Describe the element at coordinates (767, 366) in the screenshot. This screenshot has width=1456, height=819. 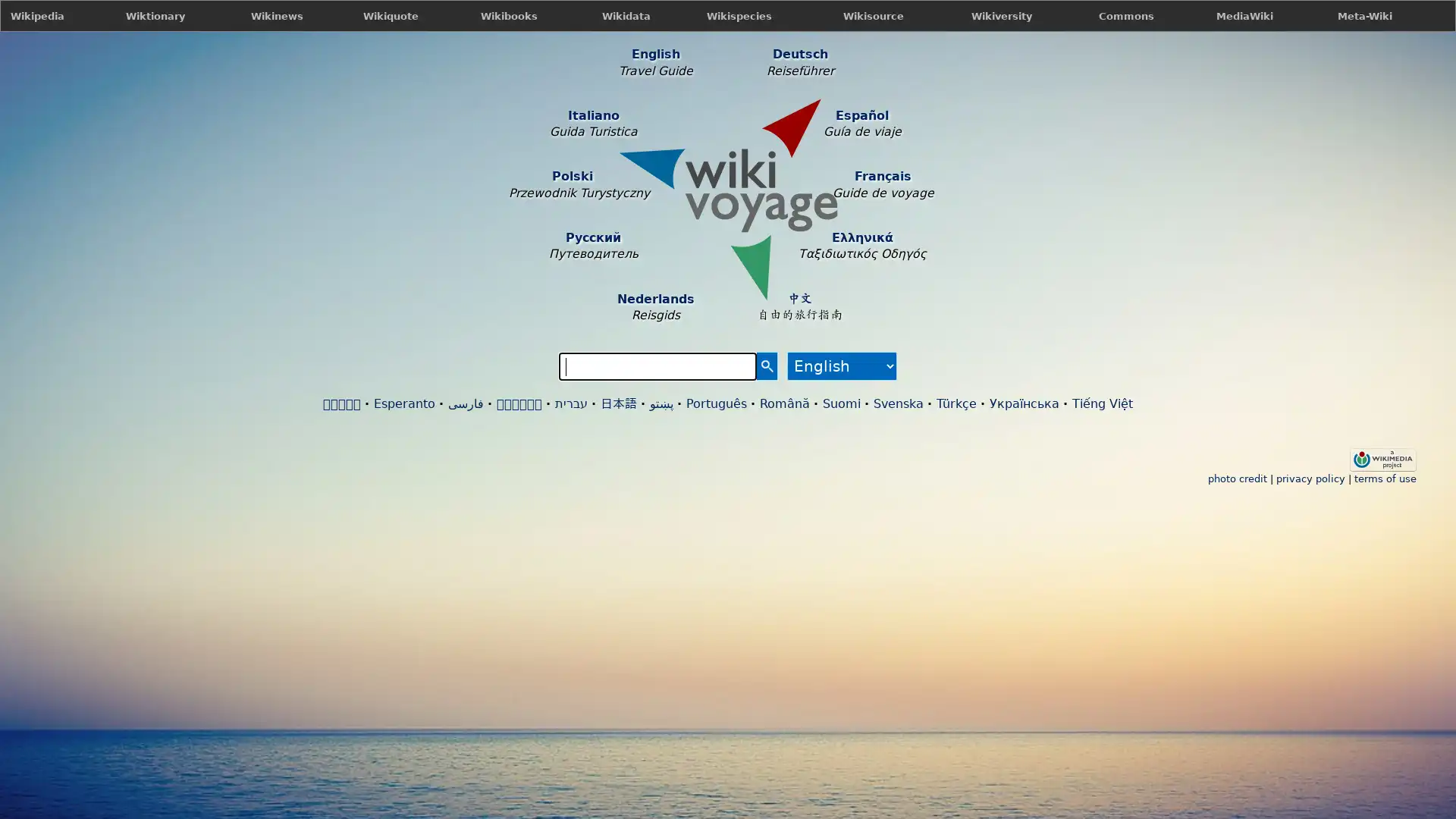
I see `Search` at that location.